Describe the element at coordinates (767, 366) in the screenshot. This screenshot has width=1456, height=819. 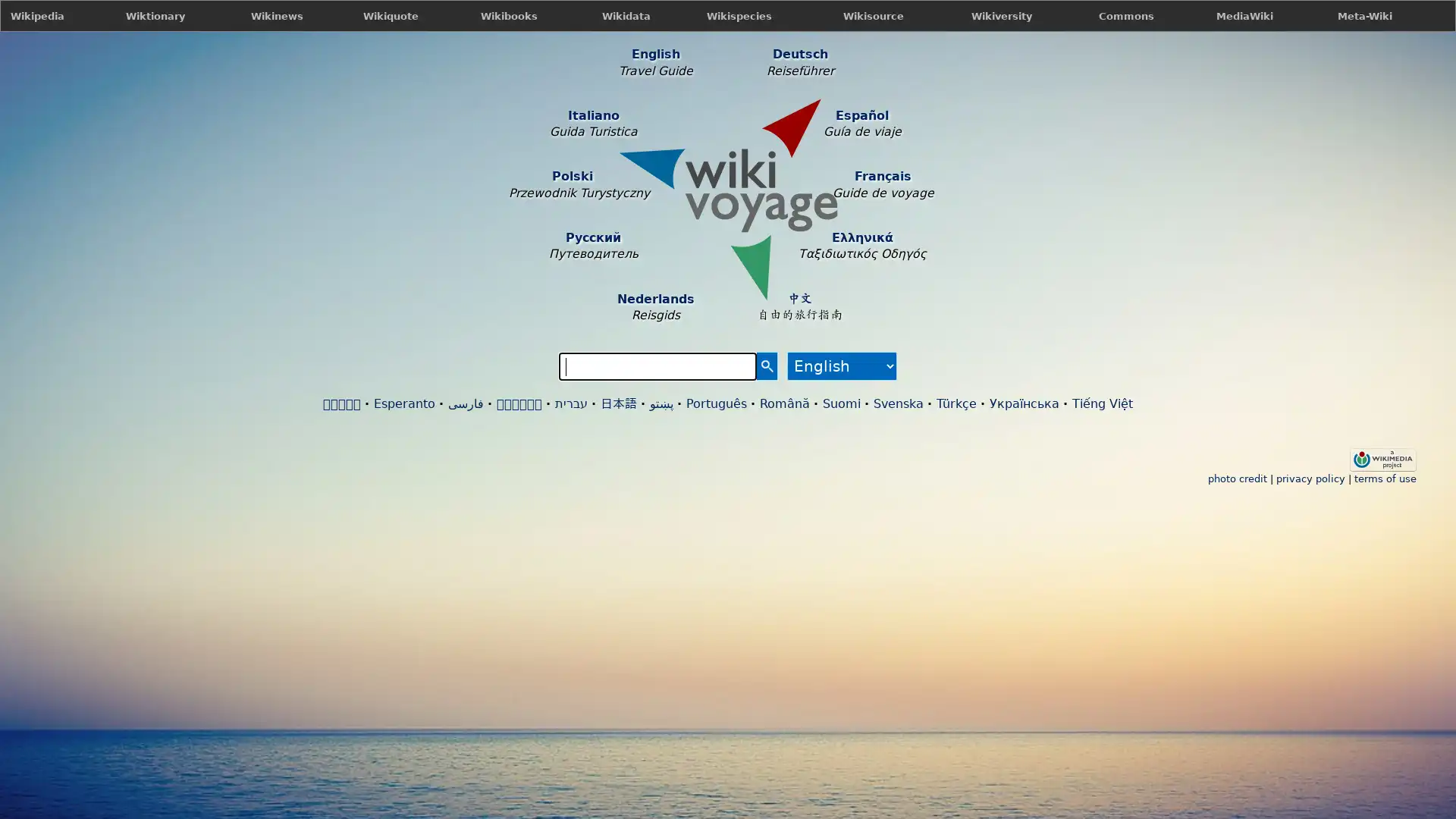
I see `Search` at that location.